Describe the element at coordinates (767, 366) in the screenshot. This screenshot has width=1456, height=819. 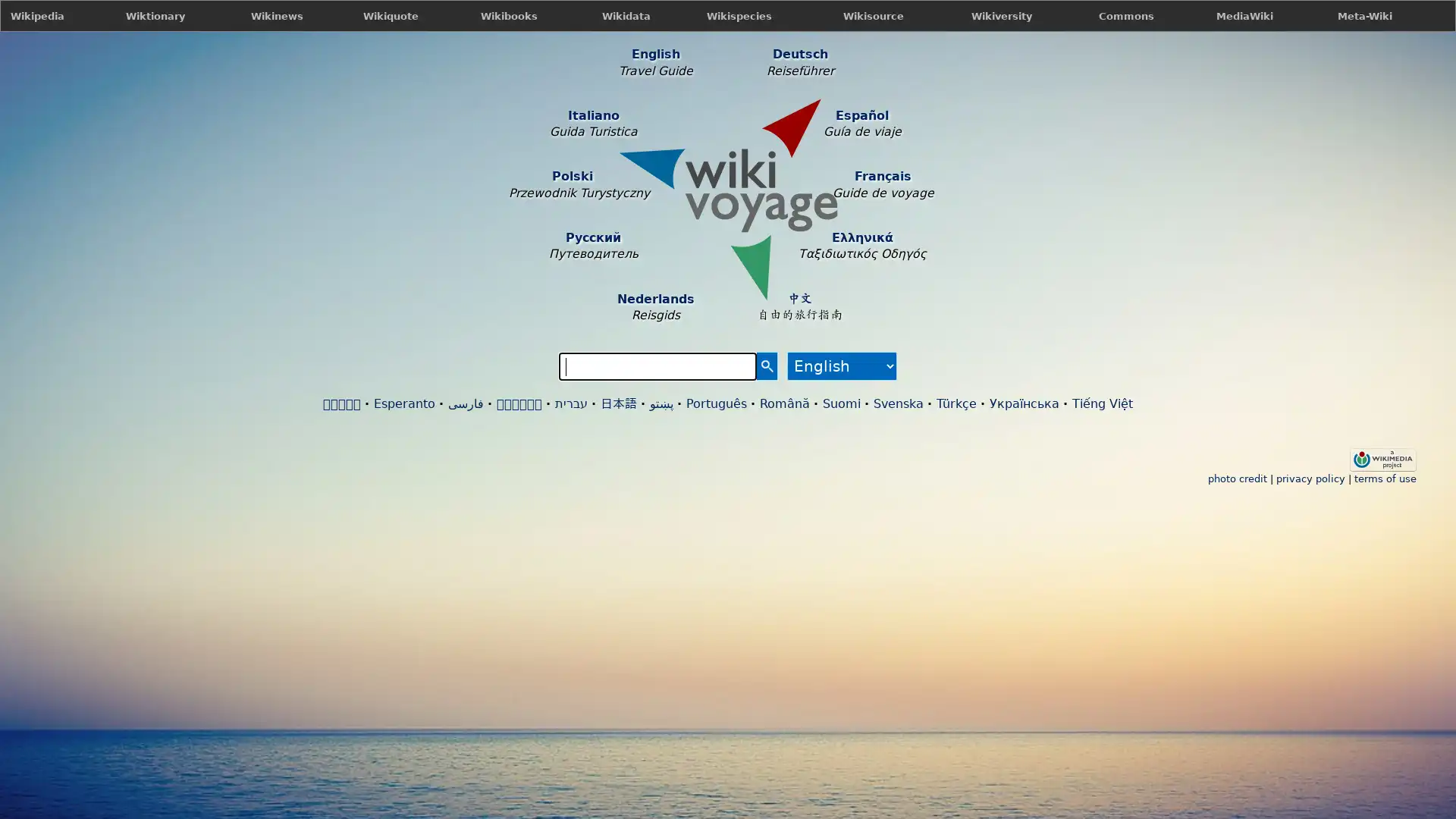
I see `Search` at that location.